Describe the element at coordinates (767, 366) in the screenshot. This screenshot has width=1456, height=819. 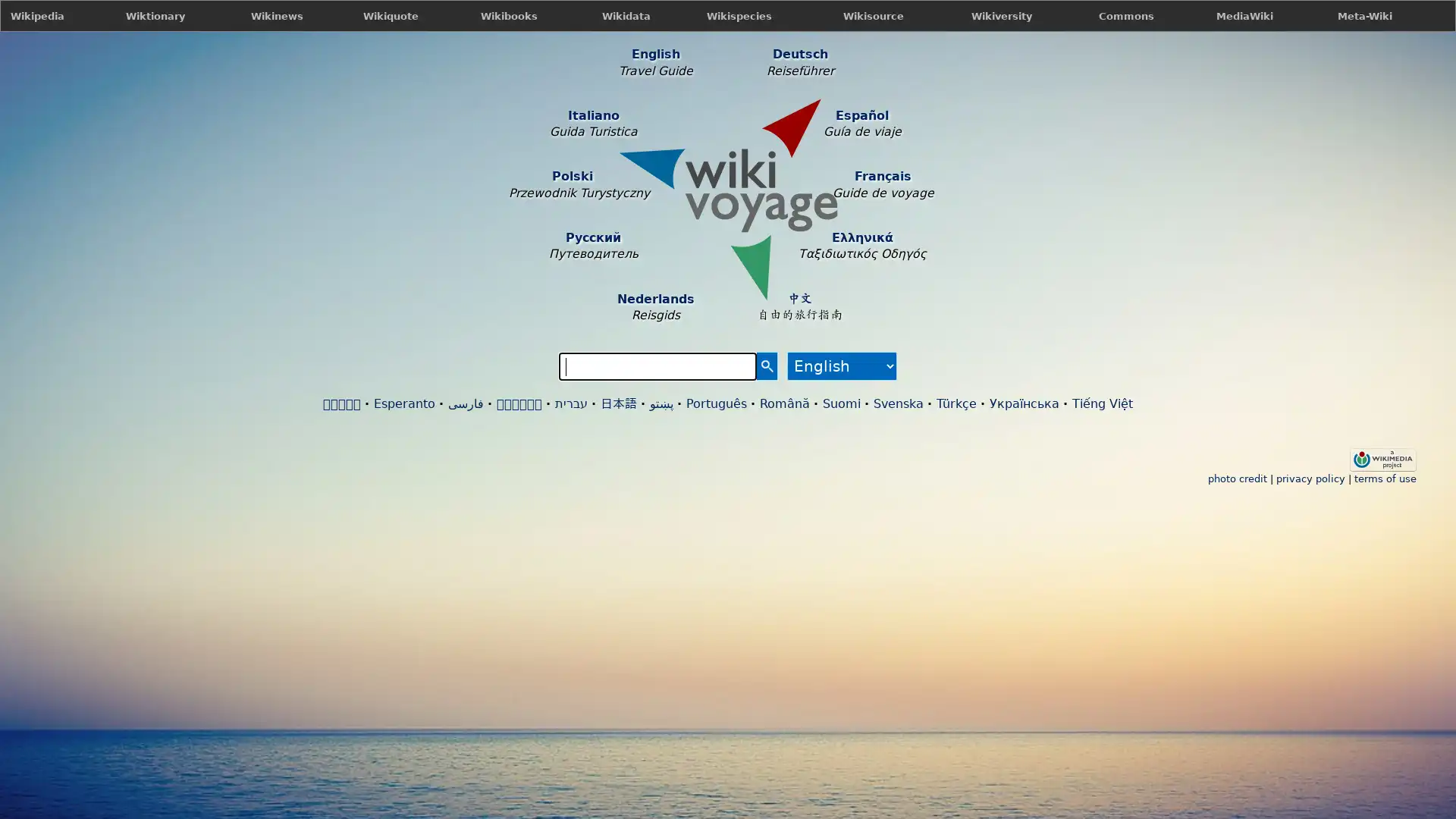
I see `Search` at that location.